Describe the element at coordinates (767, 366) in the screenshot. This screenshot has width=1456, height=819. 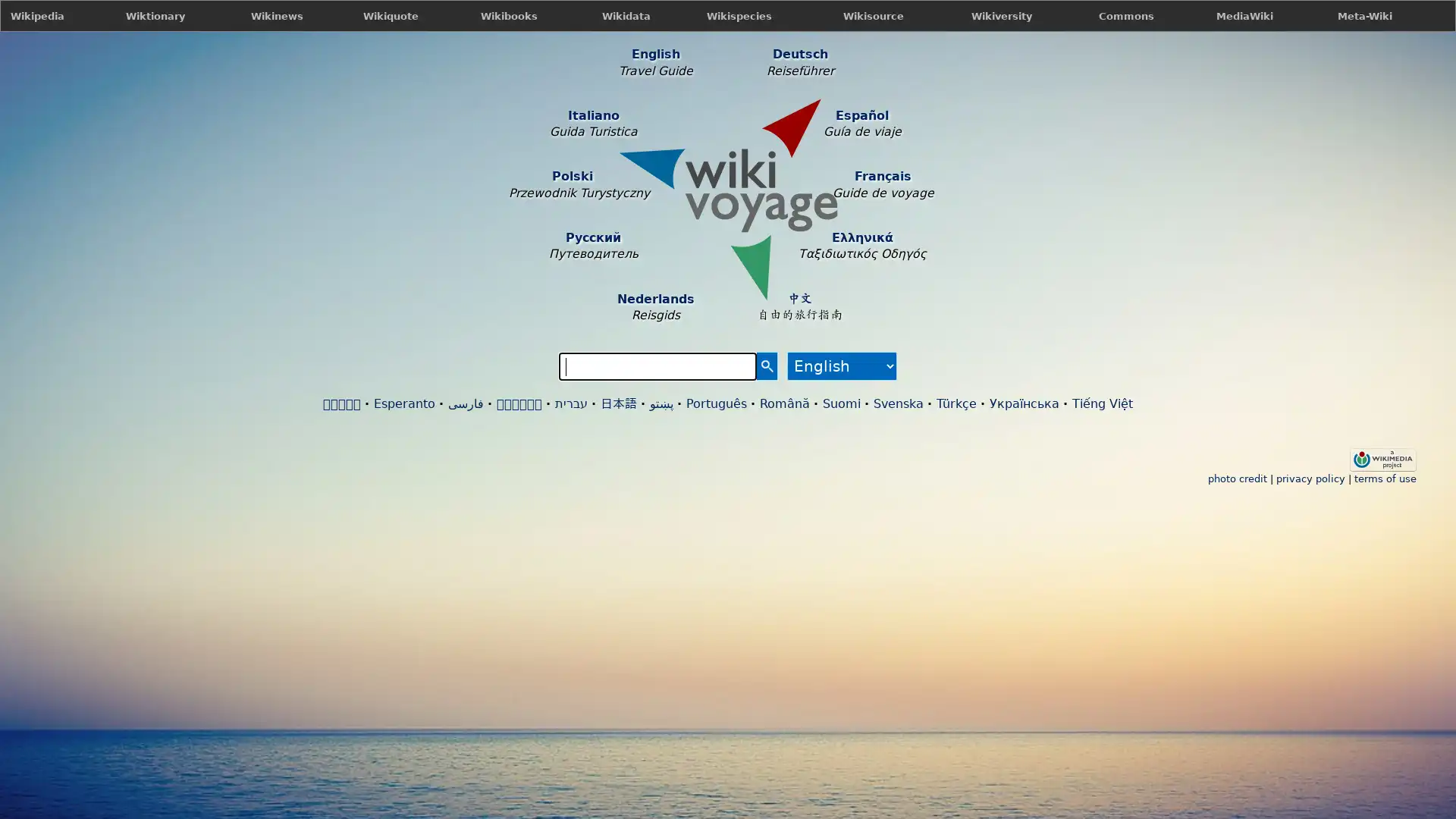
I see `Search` at that location.